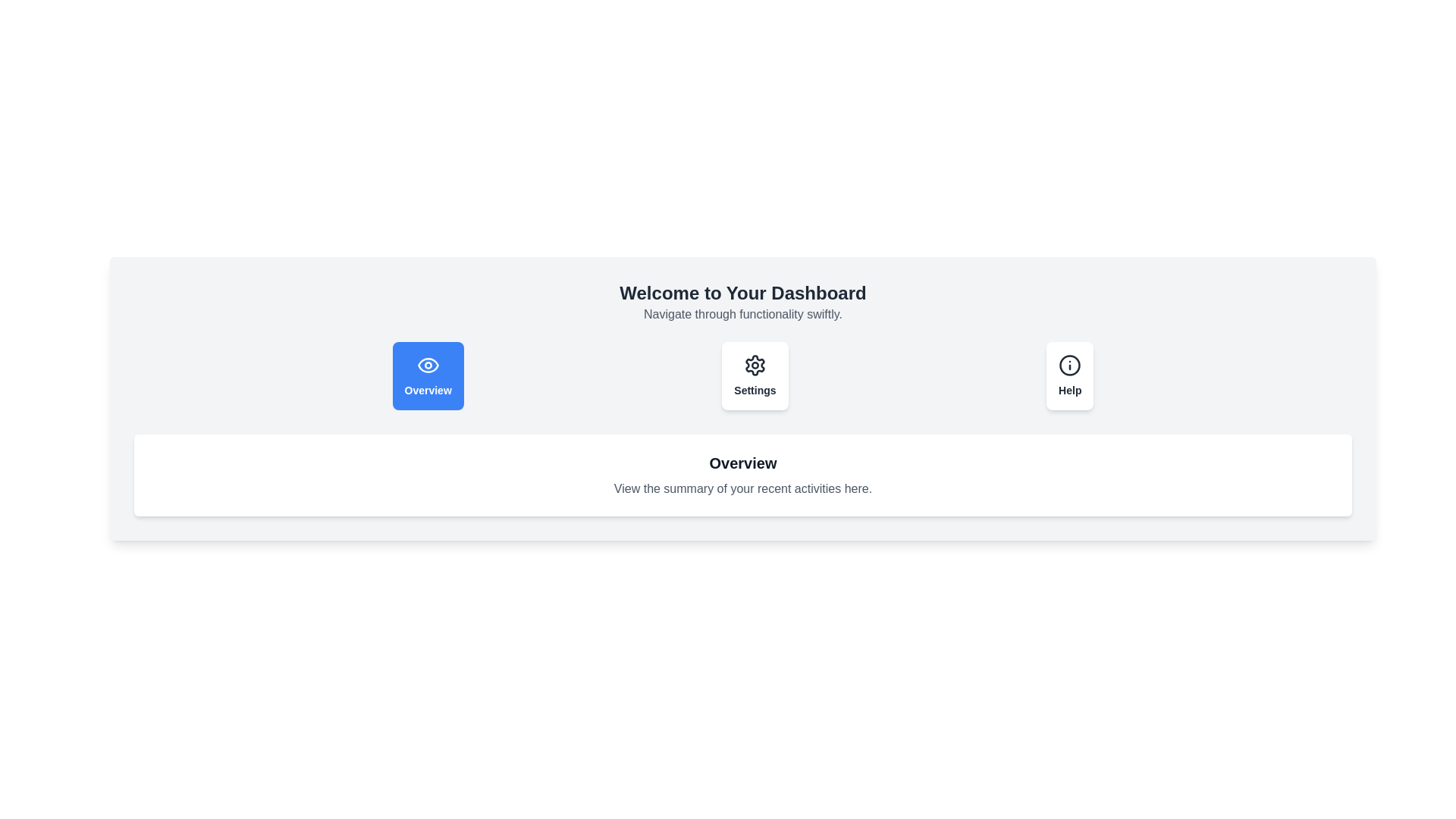  What do you see at coordinates (755, 366) in the screenshot?
I see `the settings icon located in the center of the 'Settings' card` at bounding box center [755, 366].